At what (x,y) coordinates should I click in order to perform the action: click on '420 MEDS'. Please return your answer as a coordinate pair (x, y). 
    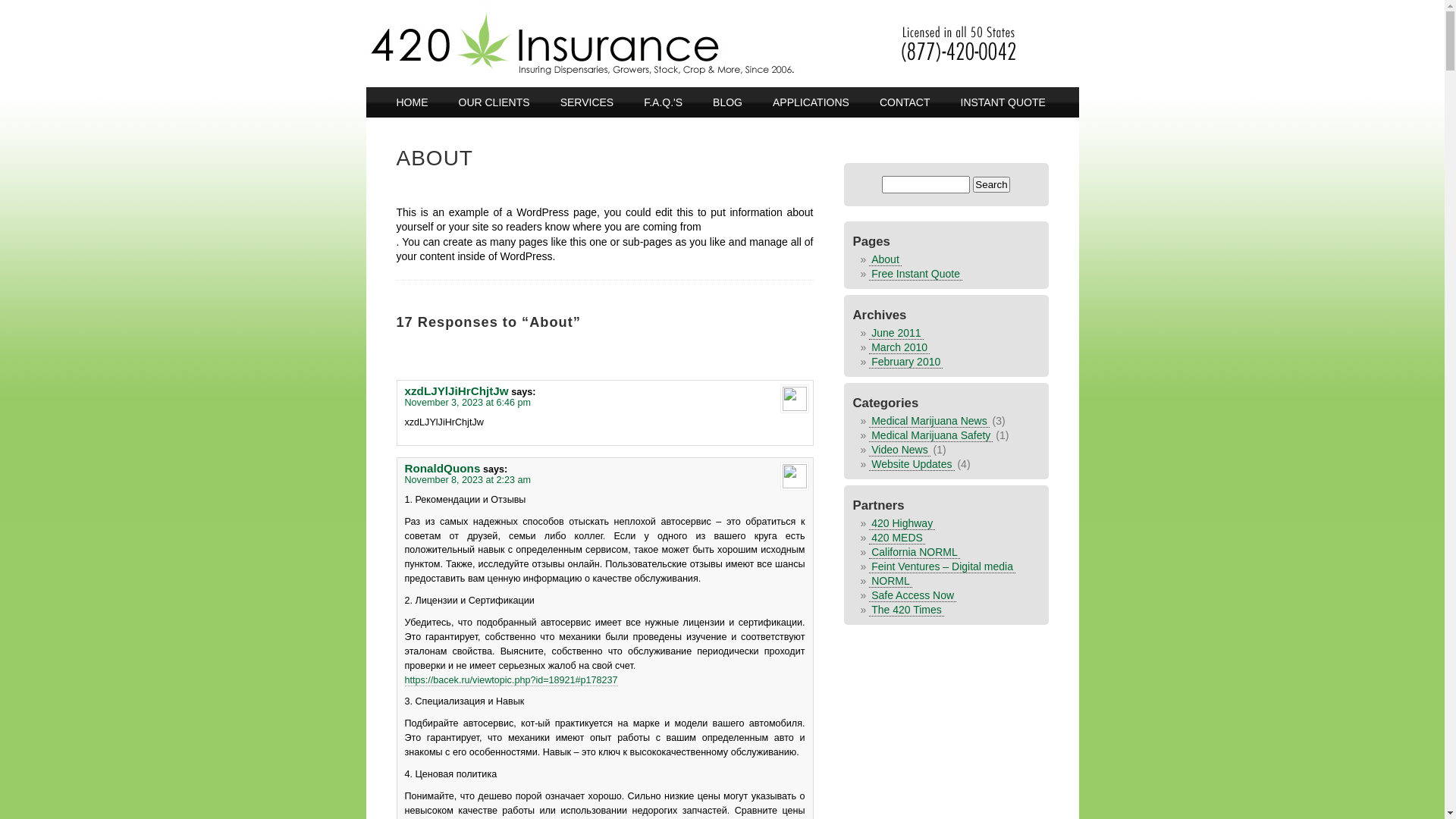
    Looking at the image, I should click on (896, 536).